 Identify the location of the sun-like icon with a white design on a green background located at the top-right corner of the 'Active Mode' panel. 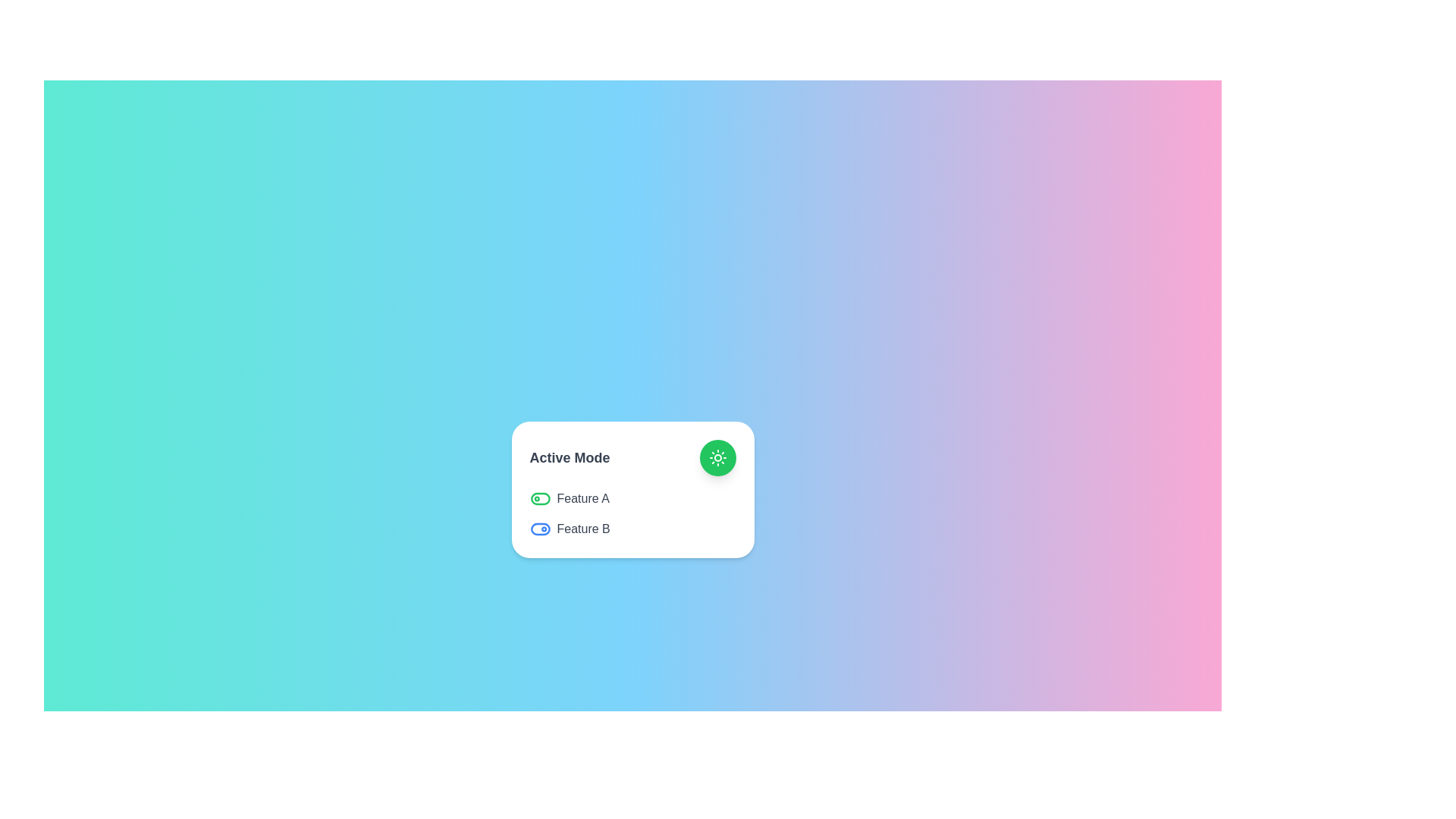
(717, 457).